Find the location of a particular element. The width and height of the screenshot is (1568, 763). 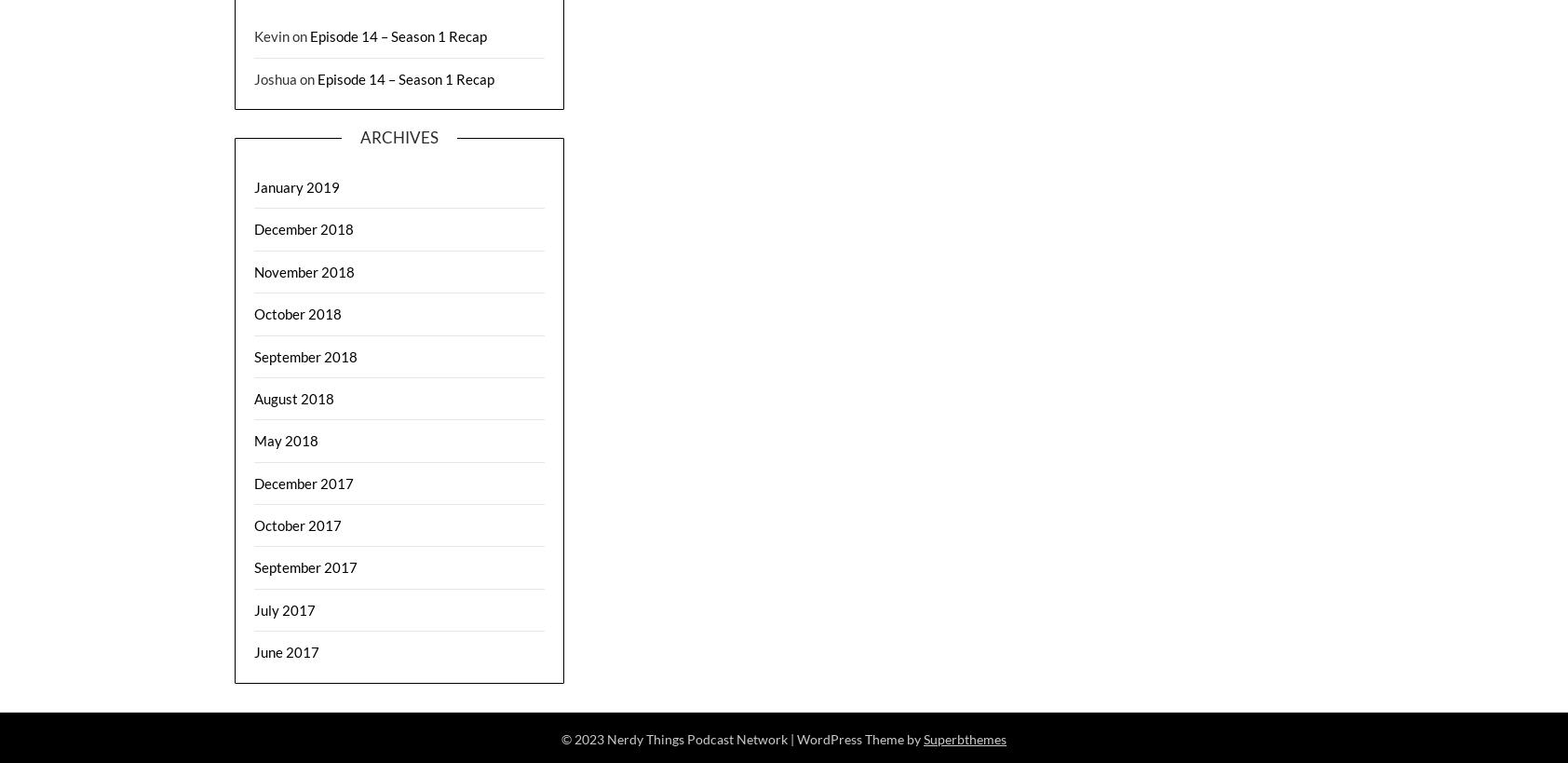

'December 2018' is located at coordinates (304, 228).